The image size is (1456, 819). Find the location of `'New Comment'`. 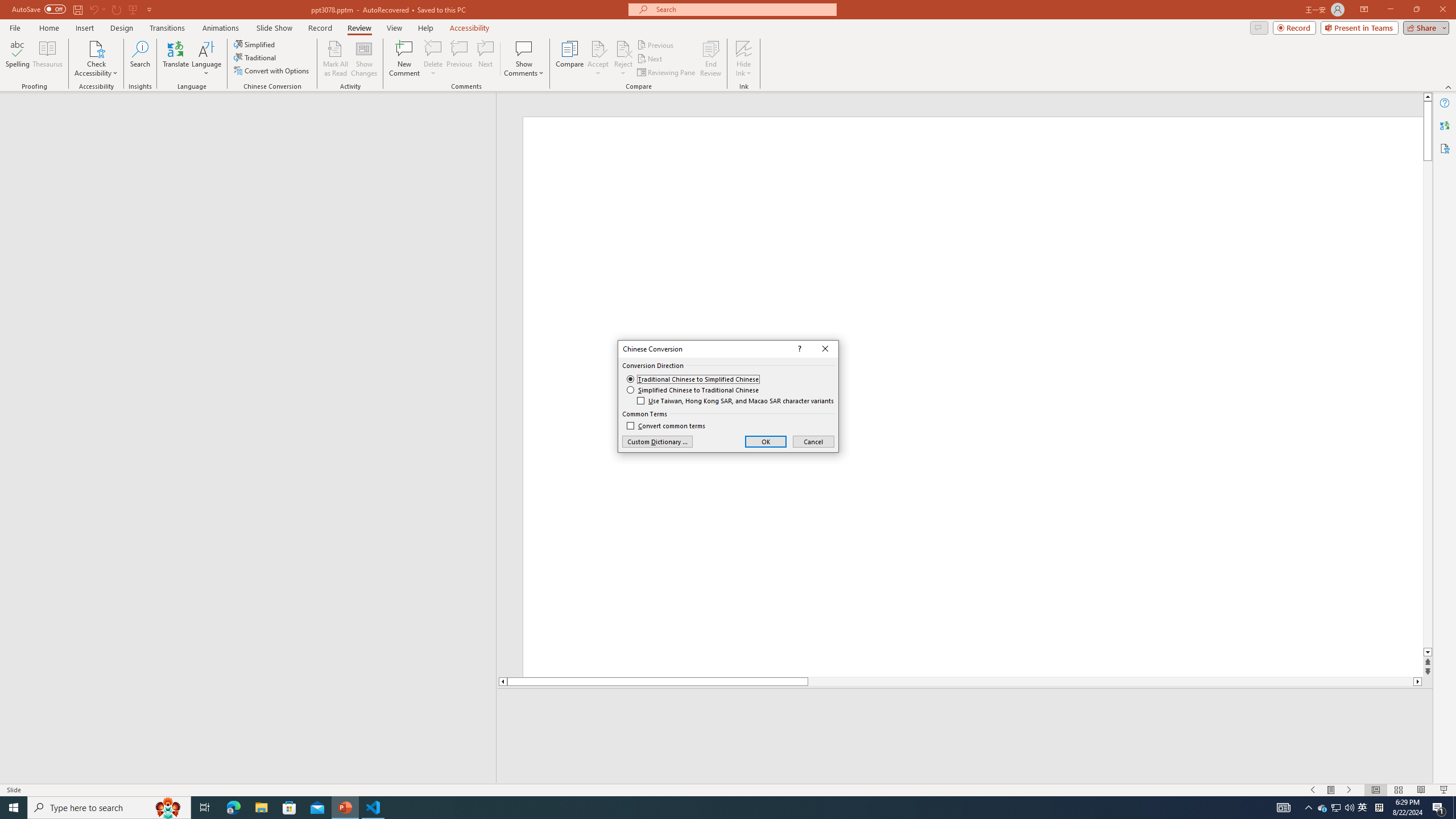

'New Comment' is located at coordinates (403, 59).